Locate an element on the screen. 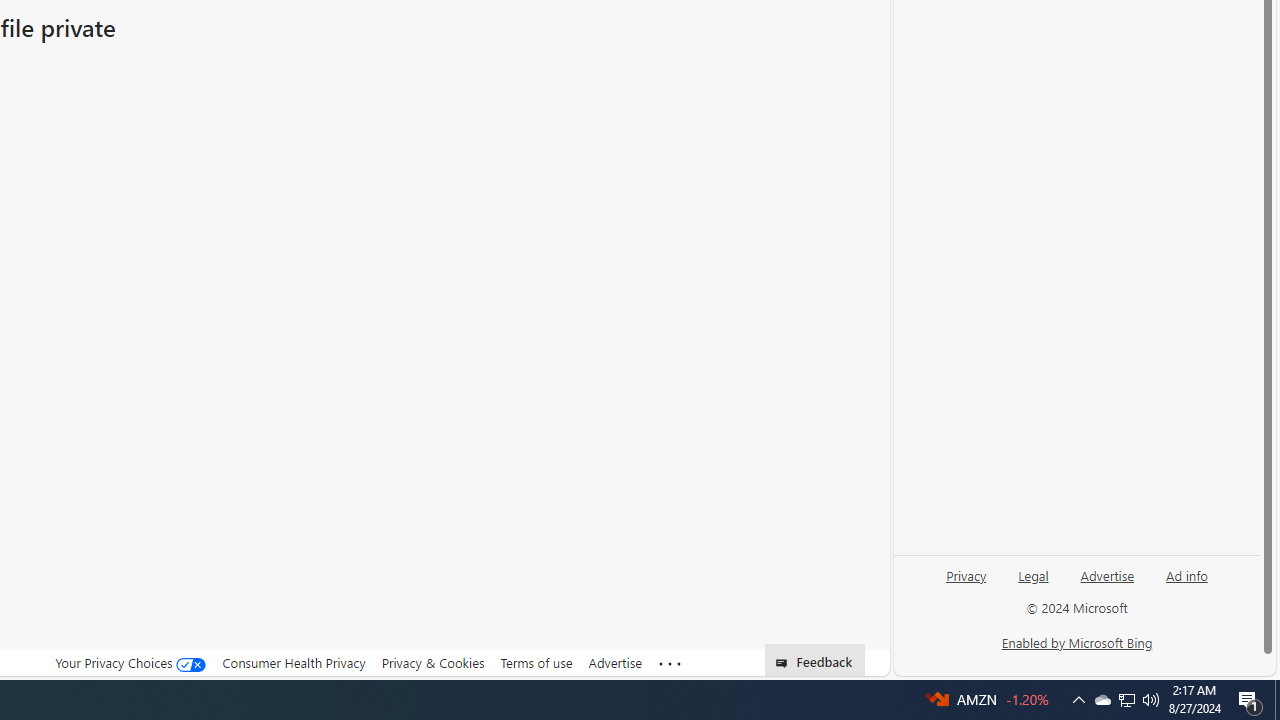 Image resolution: width=1280 pixels, height=720 pixels. 'Class: feedback_link_icon-DS-EntryPoint1-1' is located at coordinates (784, 663).